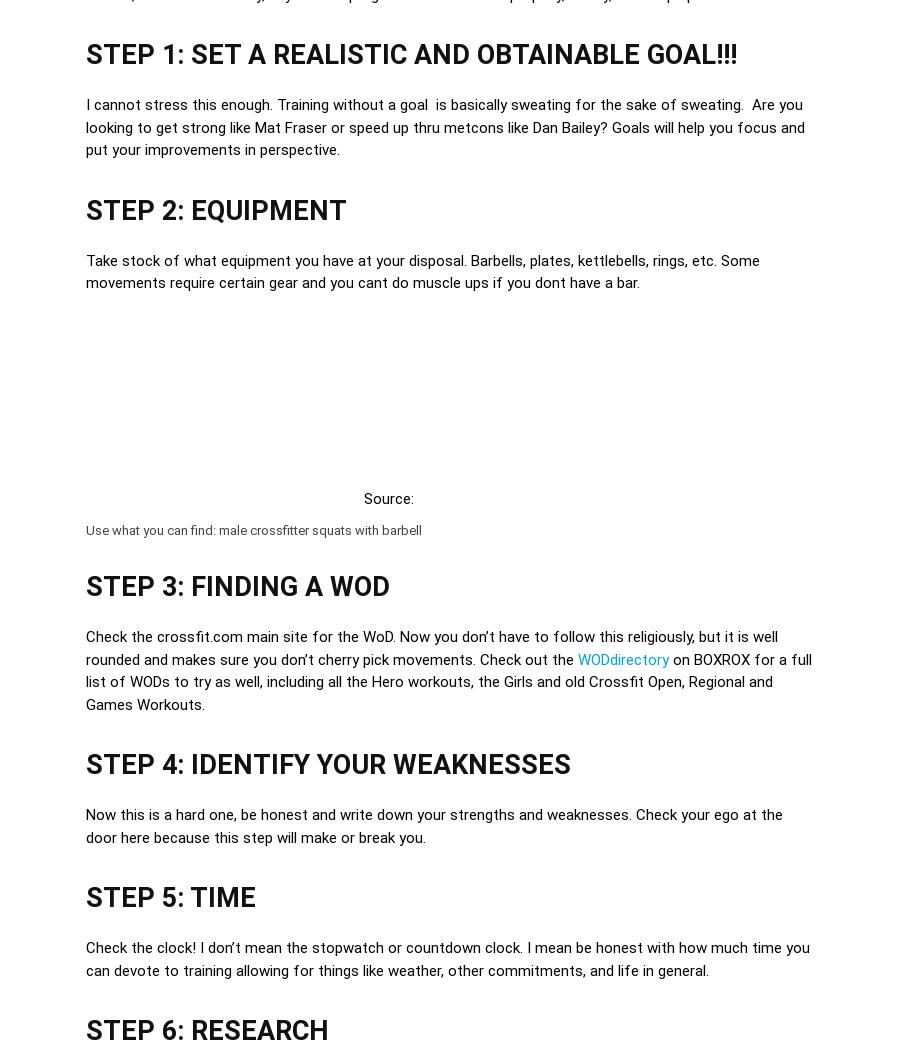  What do you see at coordinates (207, 1031) in the screenshot?
I see `'STEP 6: RESEARCH'` at bounding box center [207, 1031].